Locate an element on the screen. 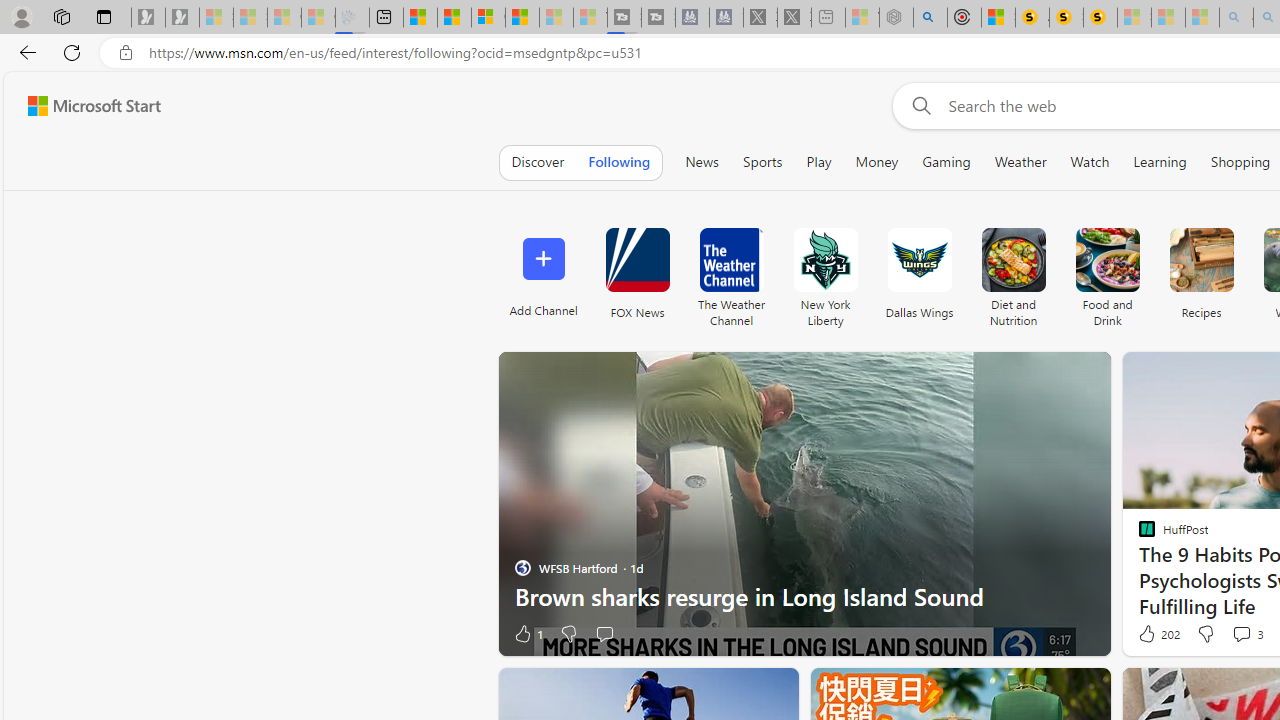 This screenshot has width=1280, height=720. 'Wildlife - MSN - Sleeping' is located at coordinates (862, 17).